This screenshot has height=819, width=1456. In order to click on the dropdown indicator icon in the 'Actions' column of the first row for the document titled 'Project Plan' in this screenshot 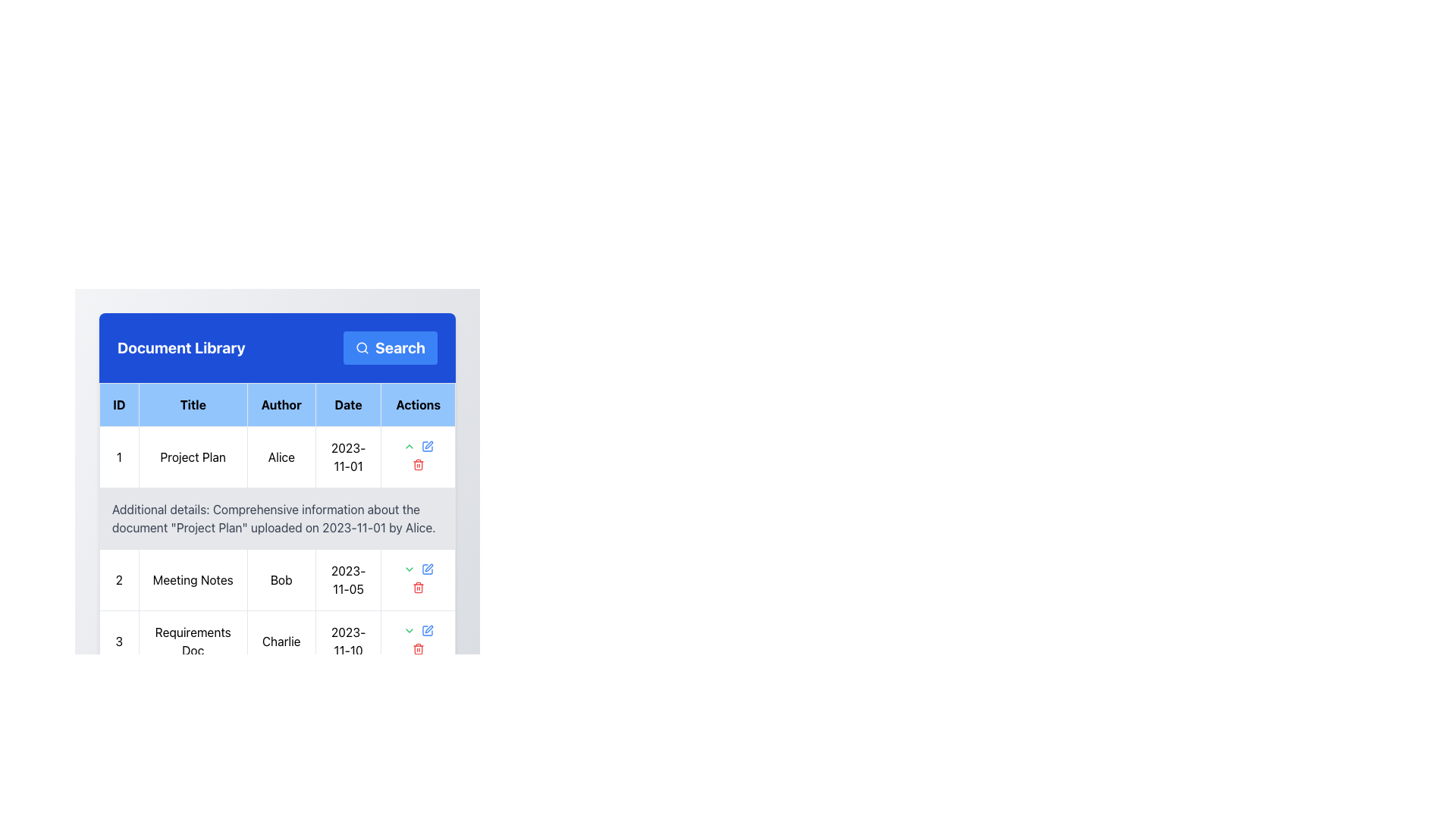, I will do `click(409, 631)`.